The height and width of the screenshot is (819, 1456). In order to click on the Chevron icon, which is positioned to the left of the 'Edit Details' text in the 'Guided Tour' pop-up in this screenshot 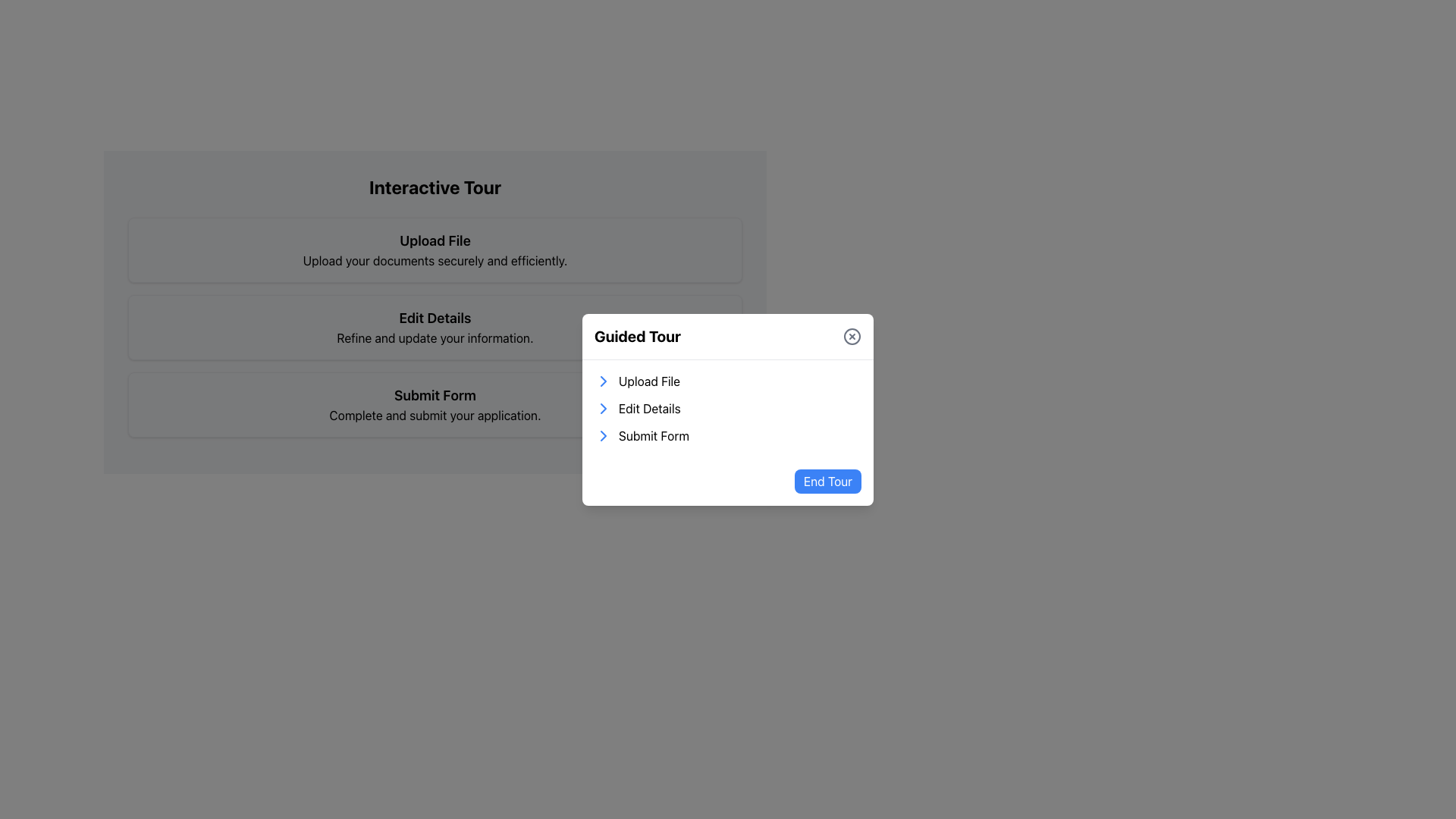, I will do `click(603, 406)`.